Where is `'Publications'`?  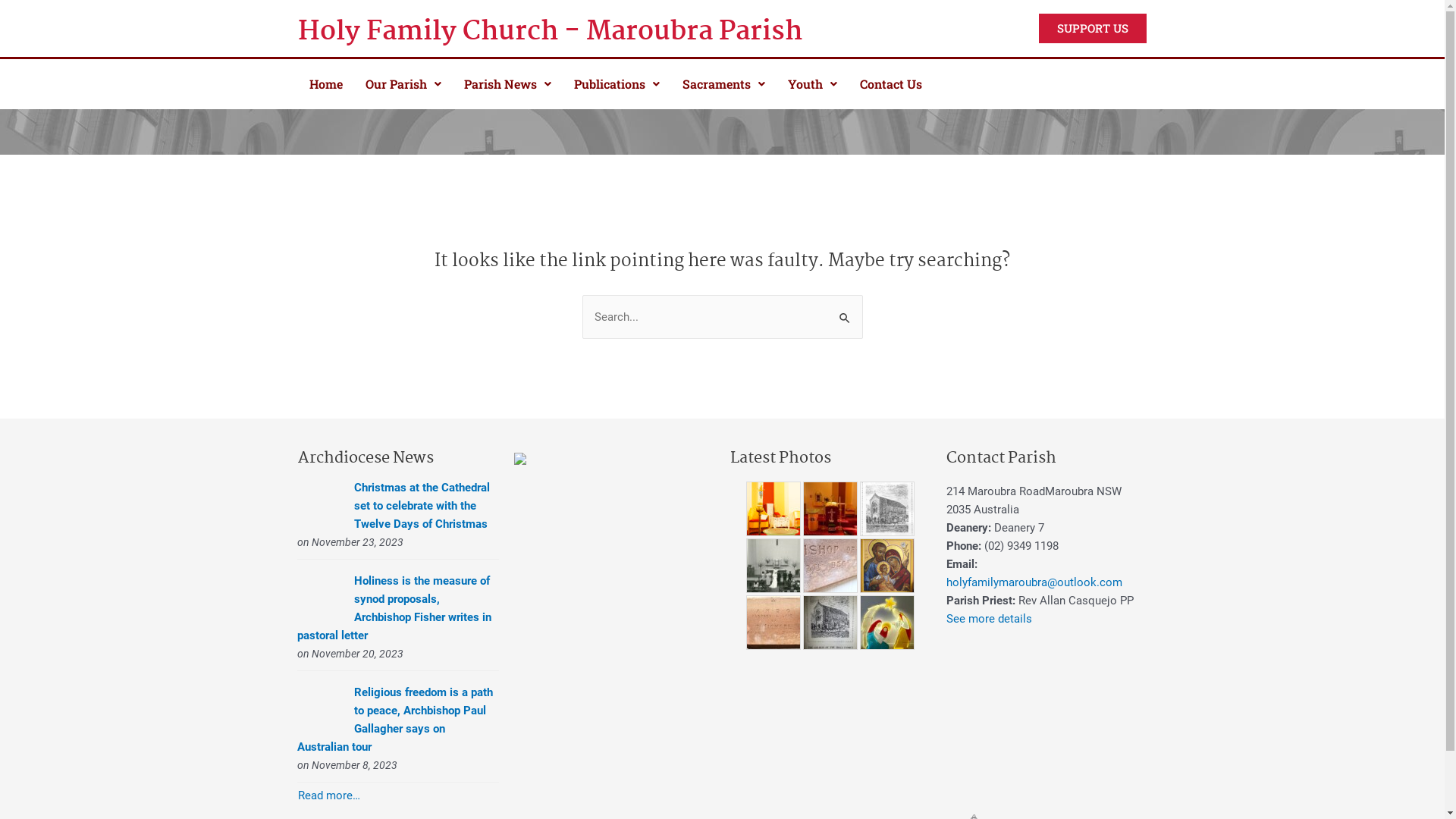
'Publications' is located at coordinates (617, 84).